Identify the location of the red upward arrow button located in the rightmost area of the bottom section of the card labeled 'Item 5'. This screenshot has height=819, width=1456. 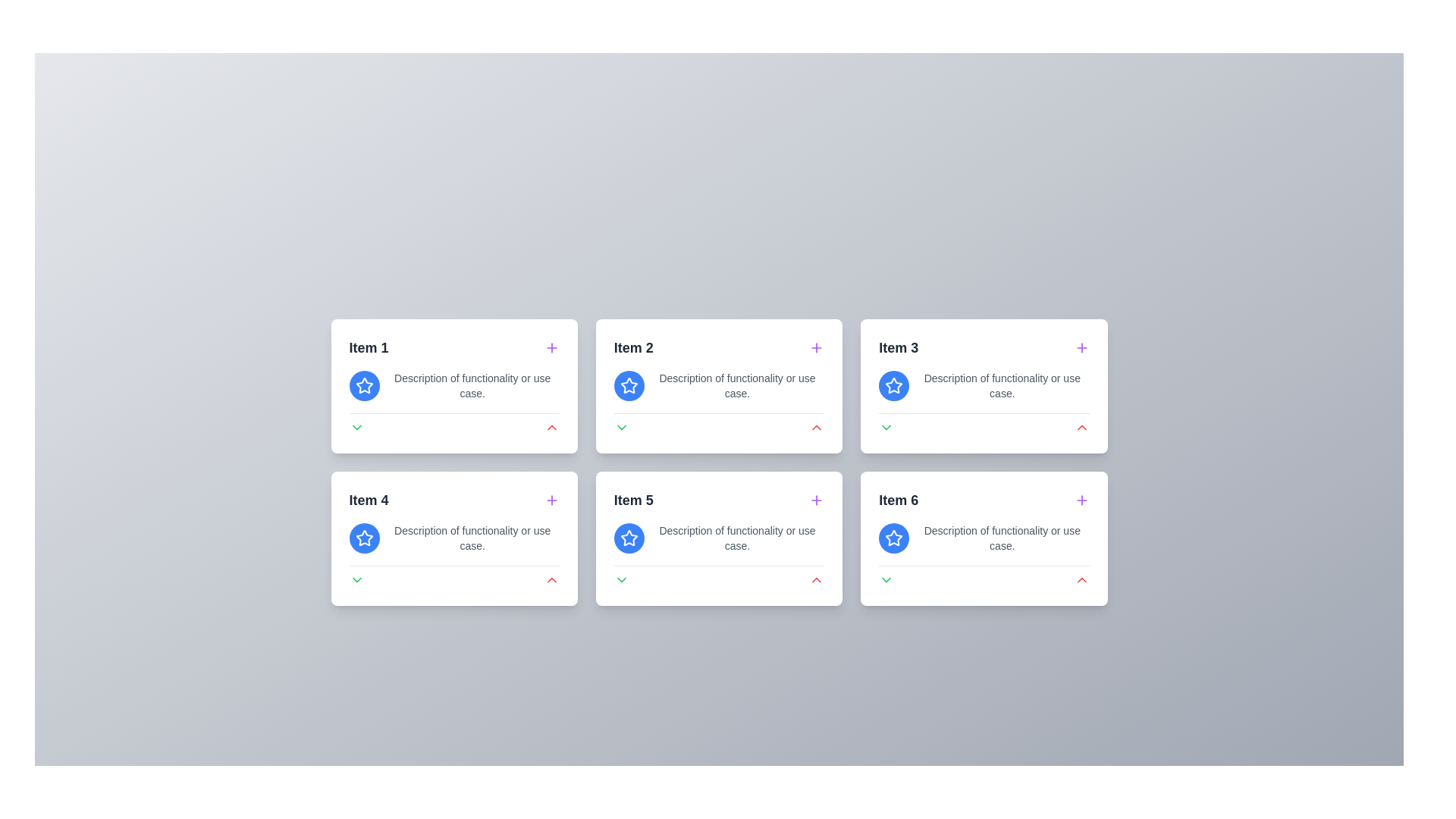
(551, 579).